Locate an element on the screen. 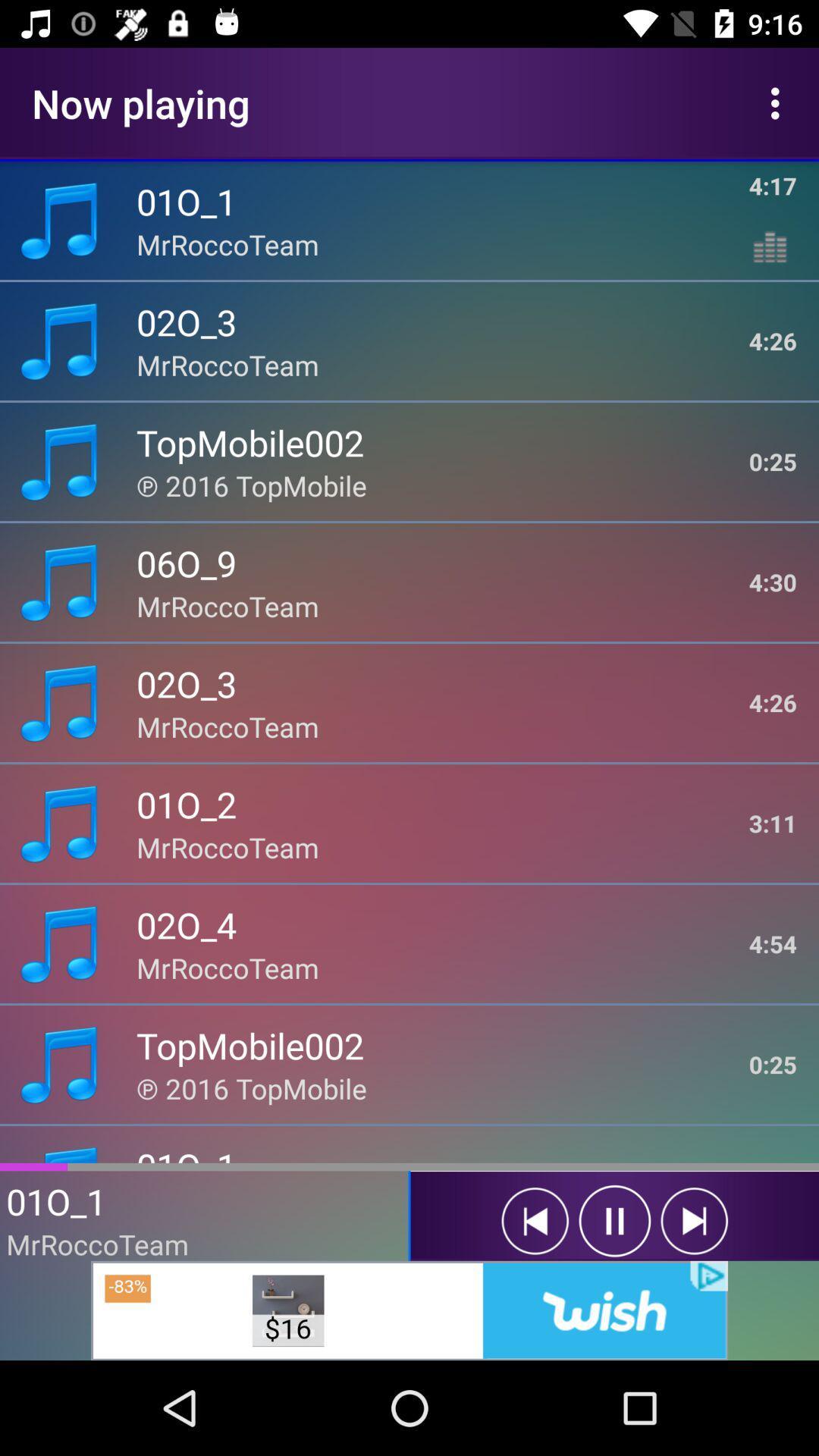 The image size is (819, 1456). advertisement is located at coordinates (409, 1310).